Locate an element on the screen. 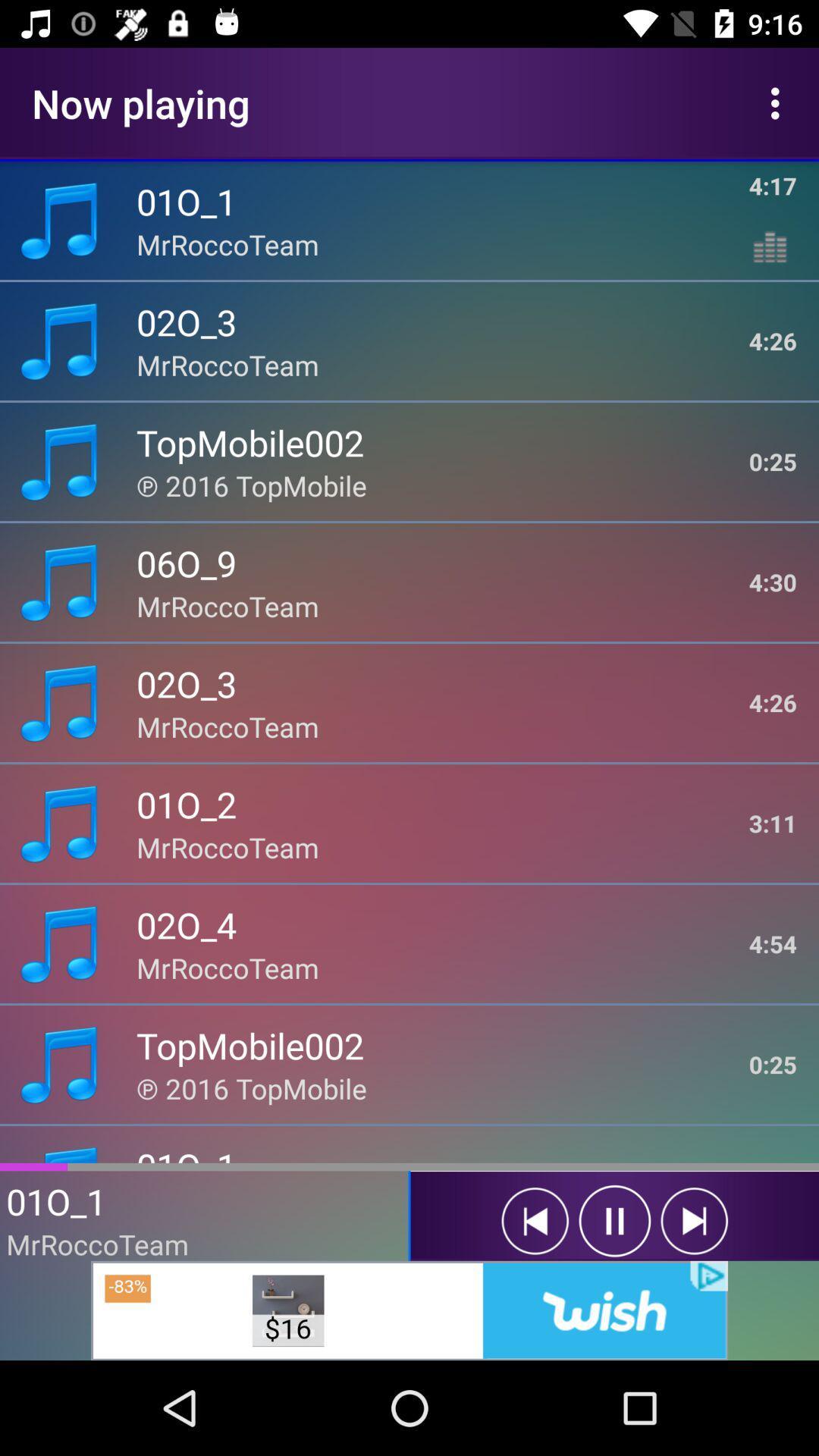 The image size is (819, 1456). advertisement is located at coordinates (409, 1310).